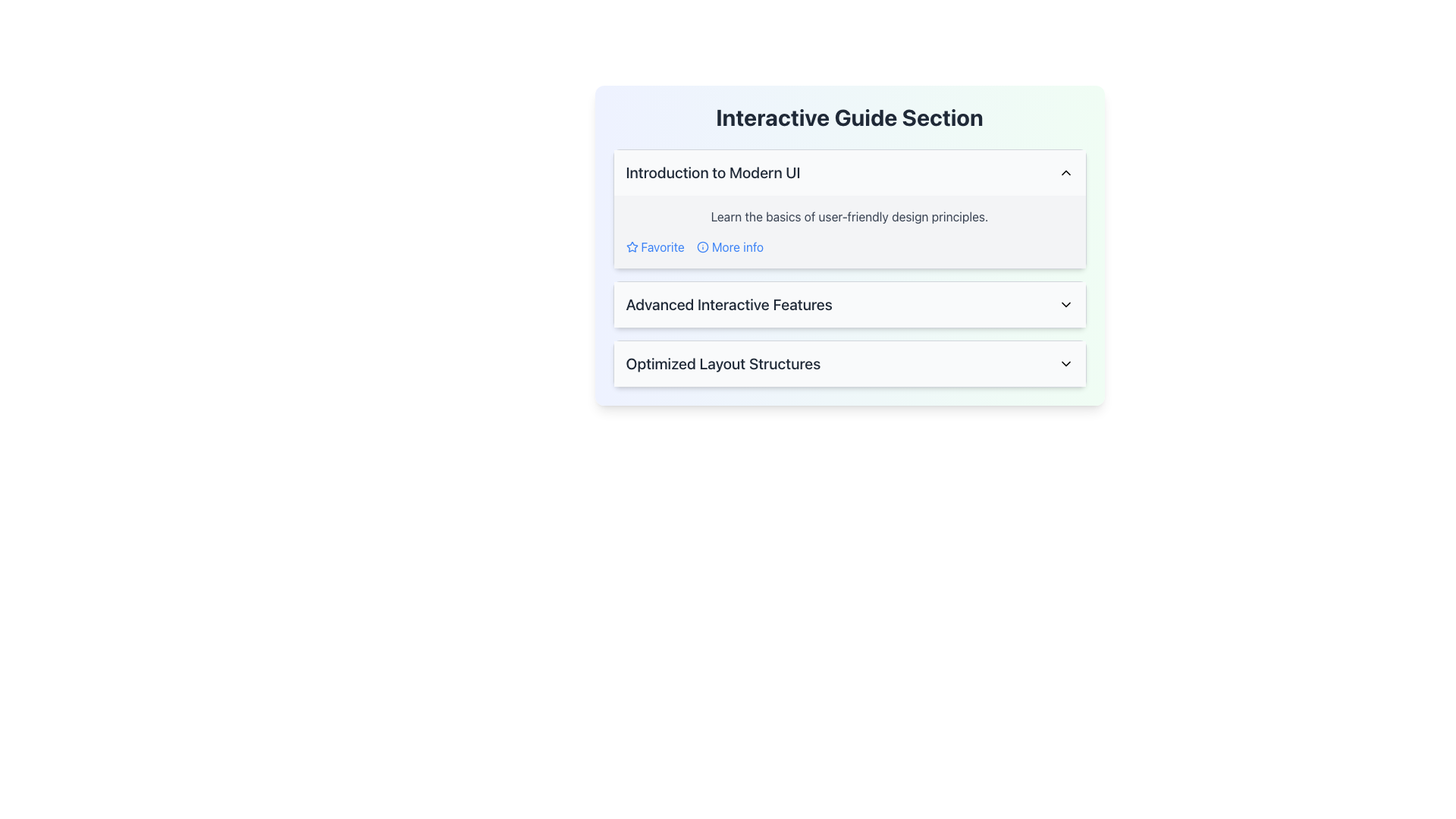 This screenshot has height=819, width=1456. I want to click on the star icon located to the left of the 'Favorite' text, so click(632, 246).